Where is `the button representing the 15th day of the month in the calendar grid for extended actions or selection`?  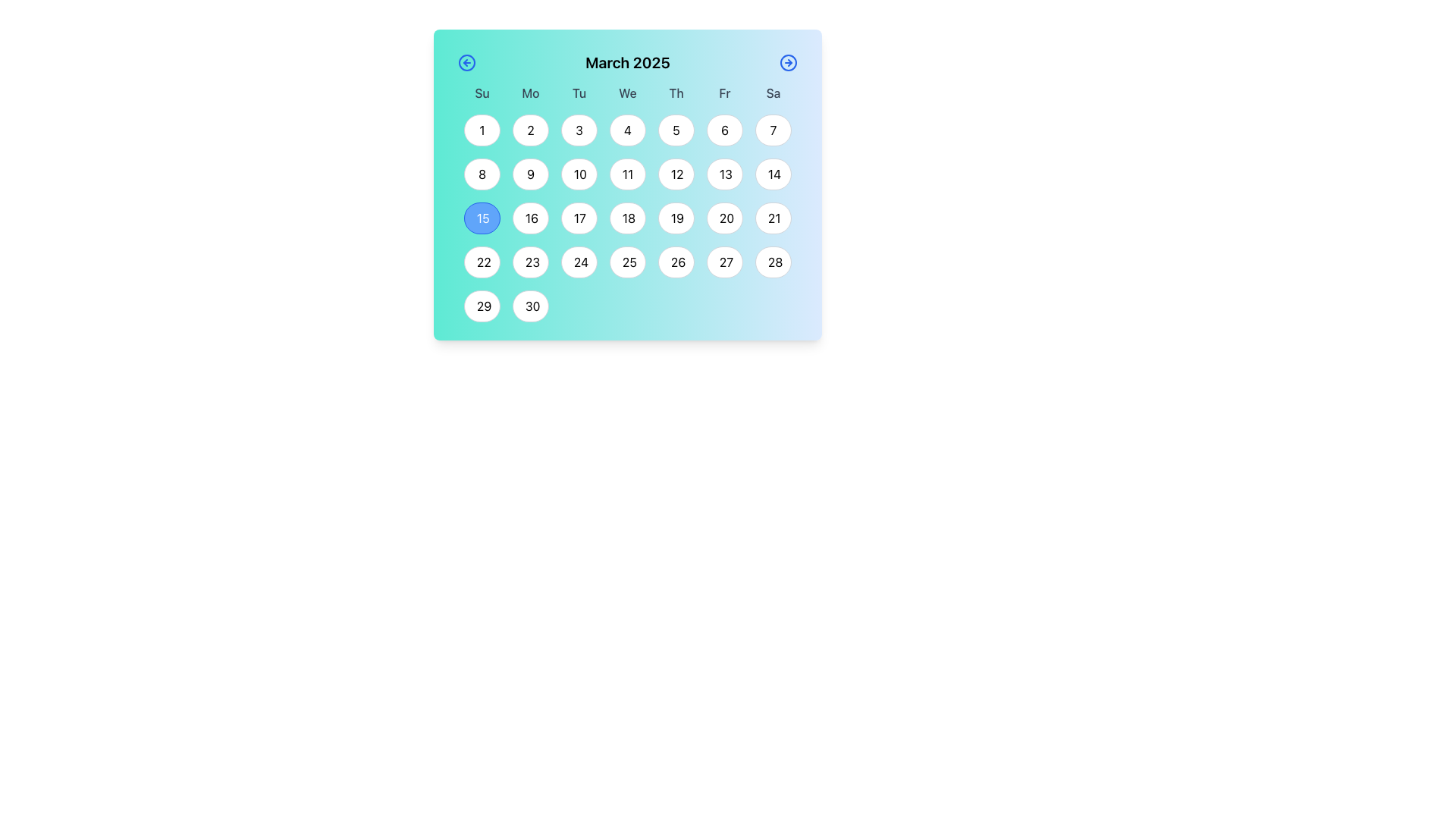 the button representing the 15th day of the month in the calendar grid for extended actions or selection is located at coordinates (481, 218).